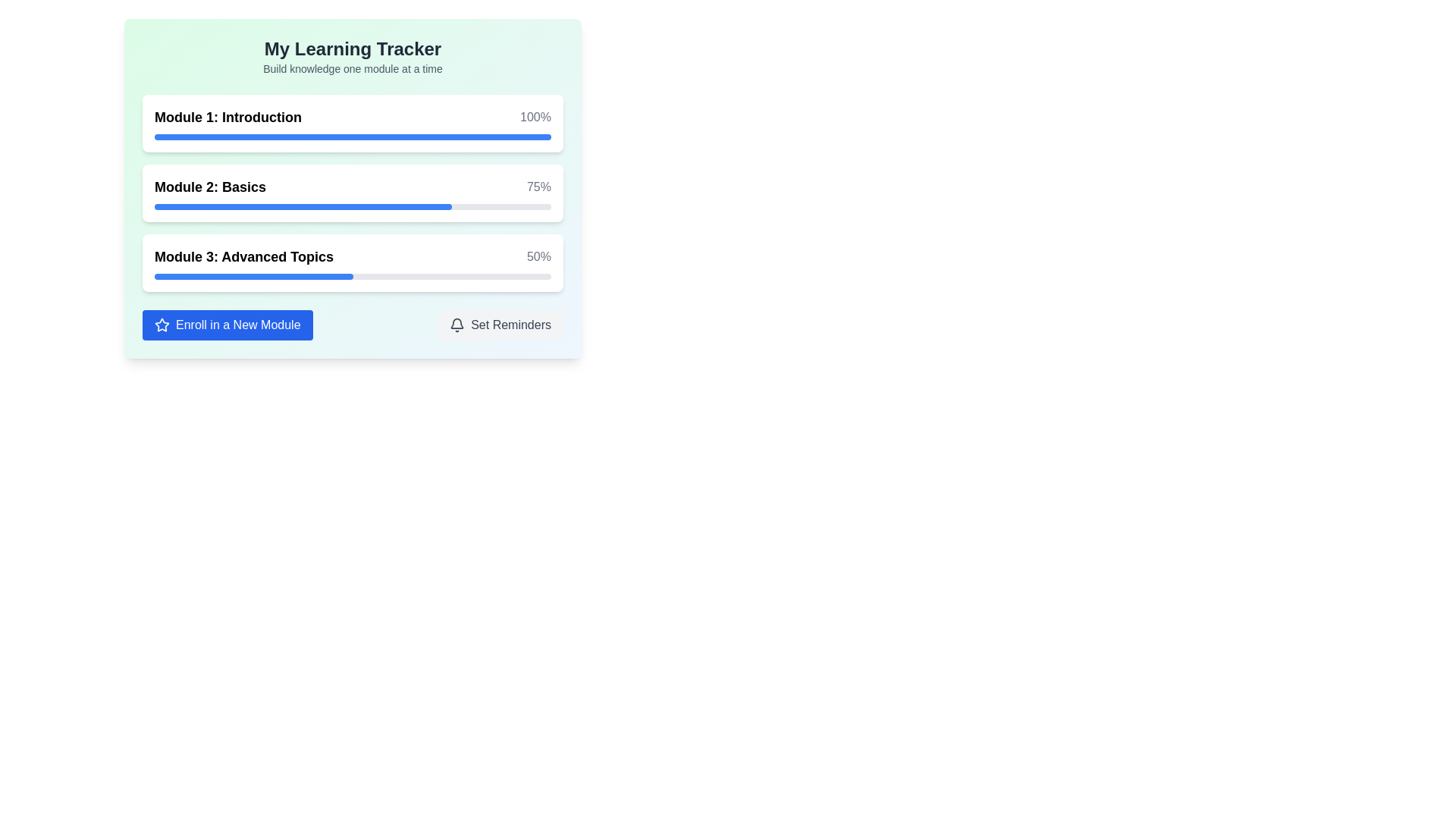 This screenshot has width=1456, height=819. Describe the element at coordinates (352, 192) in the screenshot. I see `data within the progress card representing 'Module 2: Basics' which displays the progress percentage and graphical representation` at that location.